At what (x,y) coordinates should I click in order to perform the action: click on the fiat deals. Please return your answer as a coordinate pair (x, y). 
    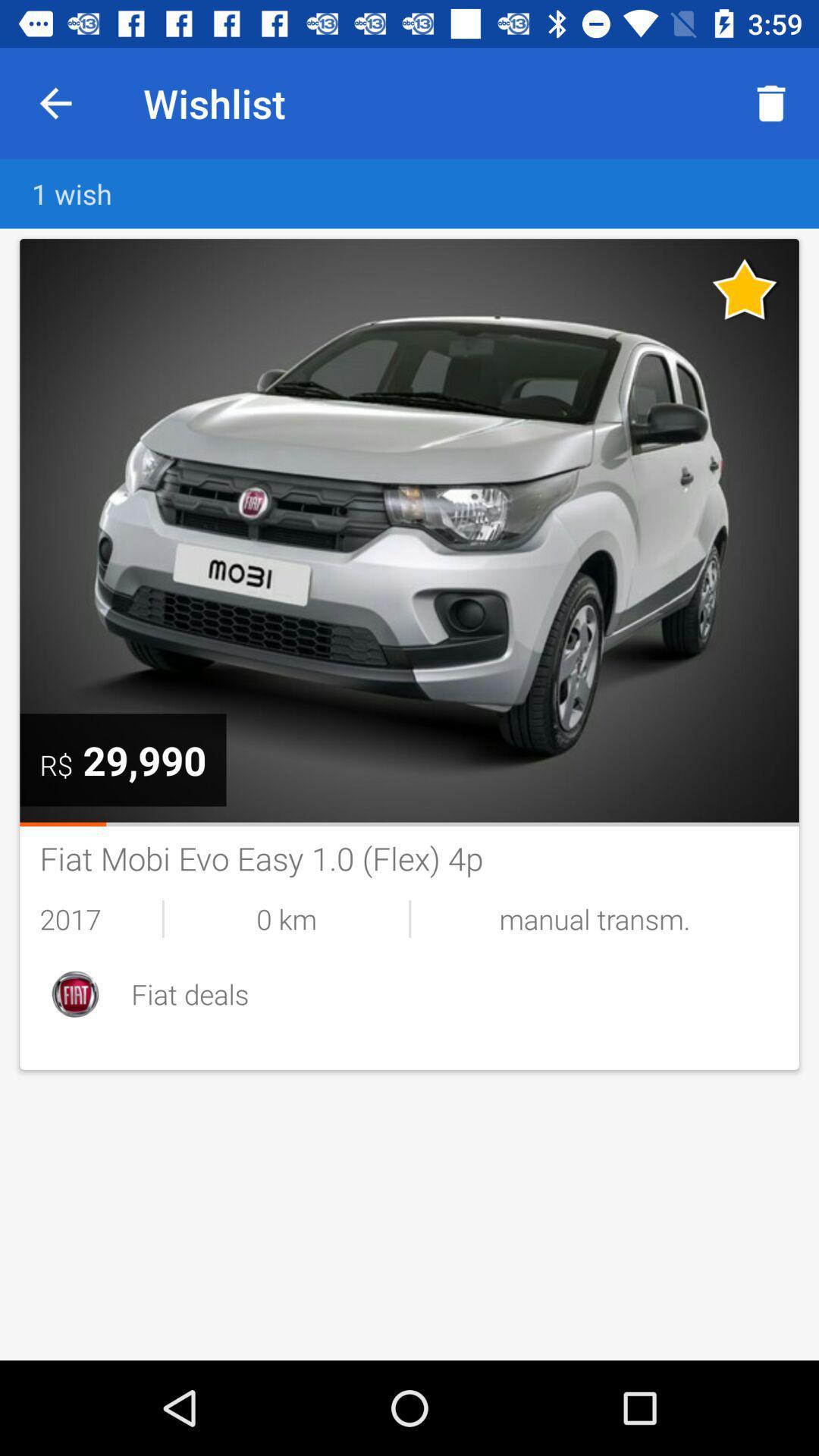
    Looking at the image, I should click on (454, 993).